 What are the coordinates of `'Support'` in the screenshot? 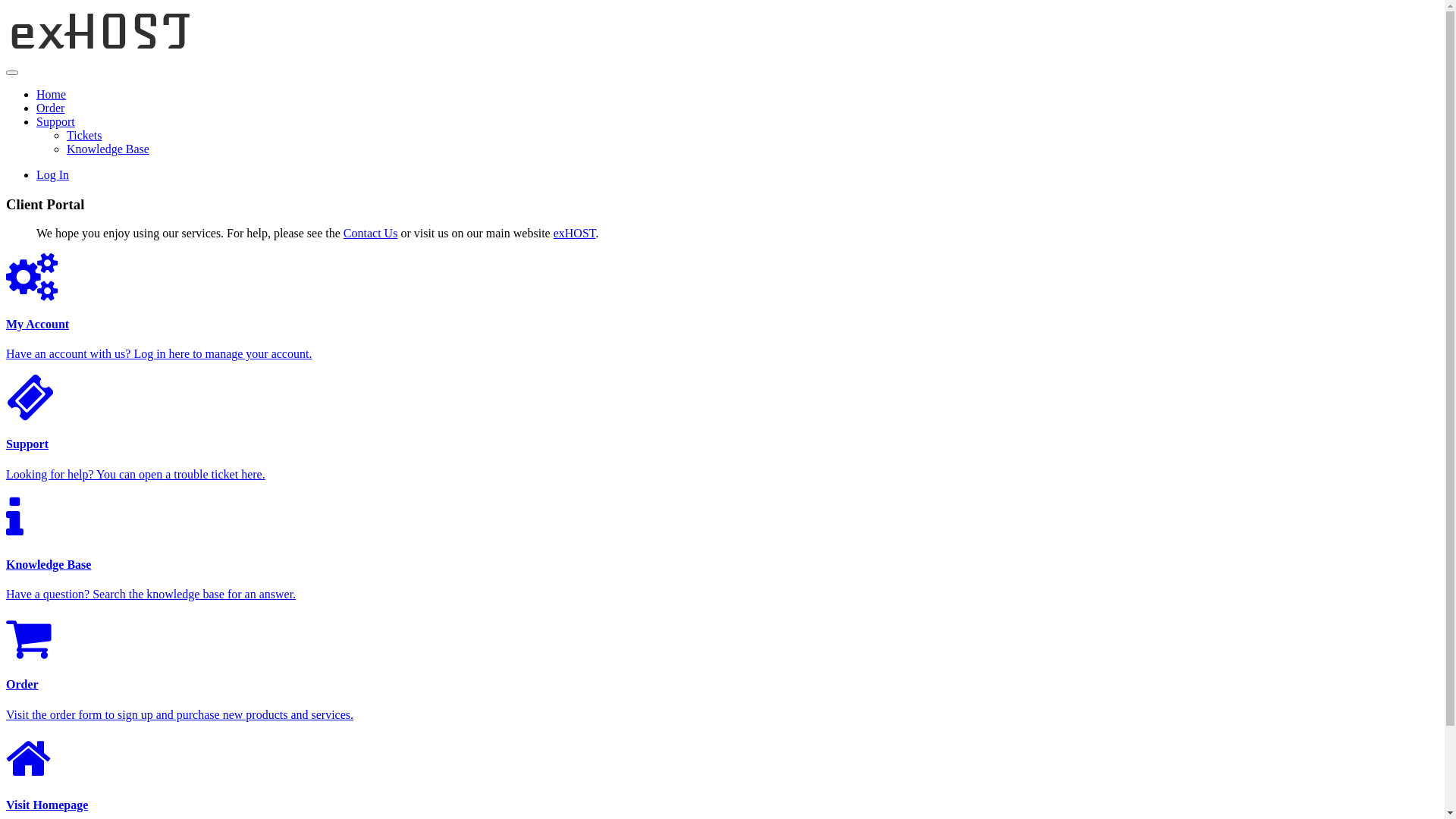 It's located at (36, 121).